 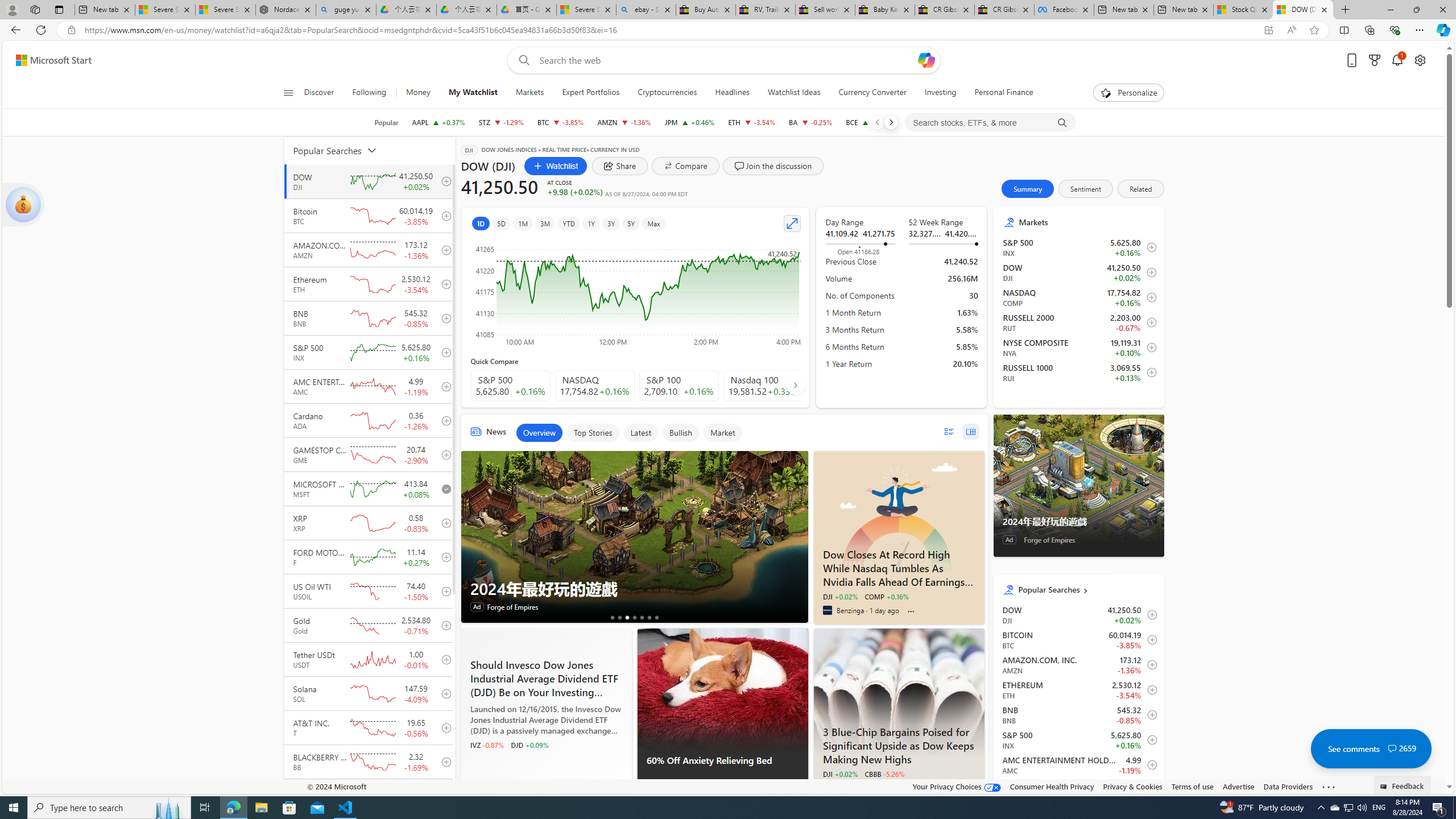 I want to click on 'share dialog', so click(x=619, y=166).